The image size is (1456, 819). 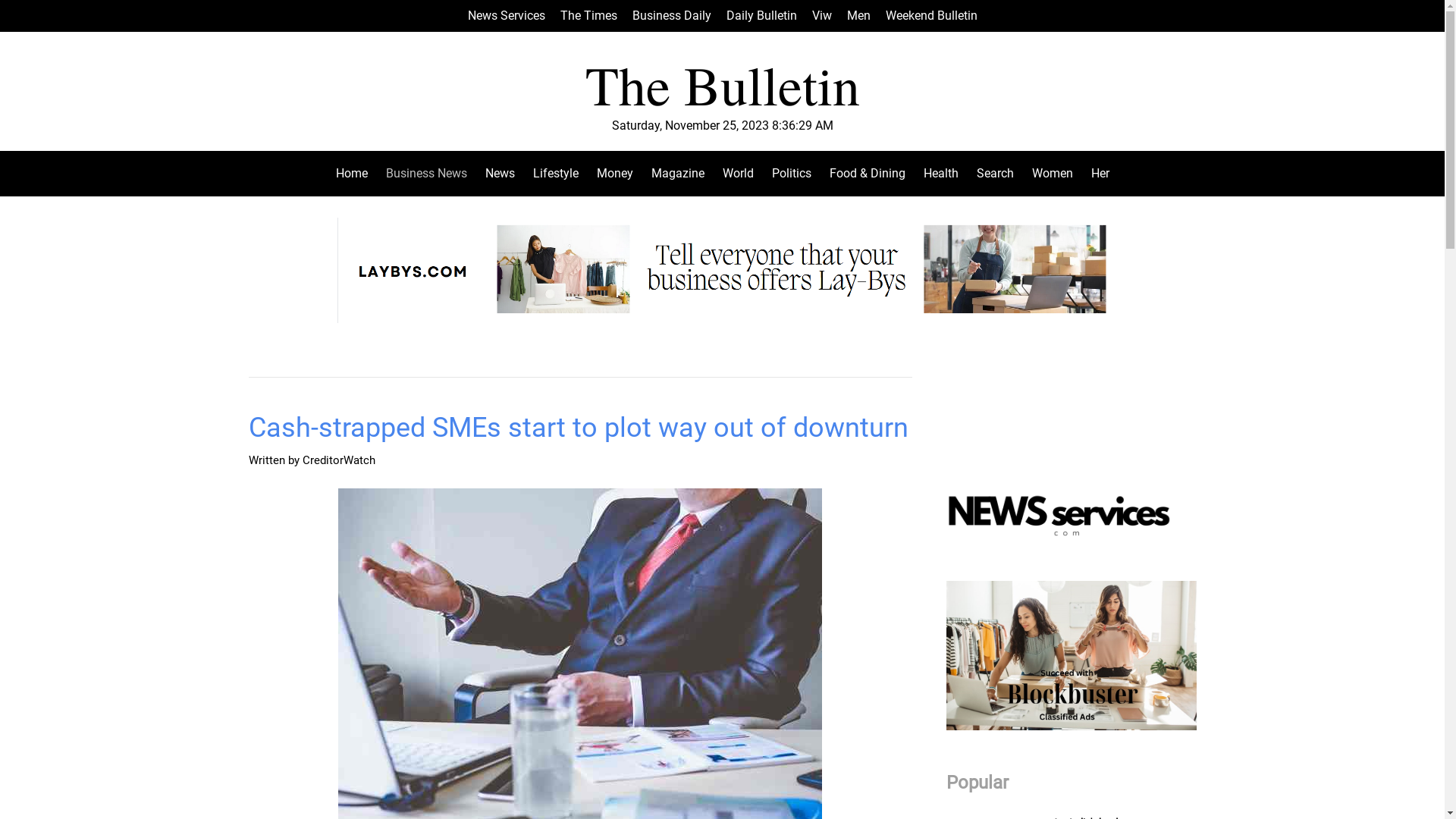 I want to click on 'Her', so click(x=1095, y=172).